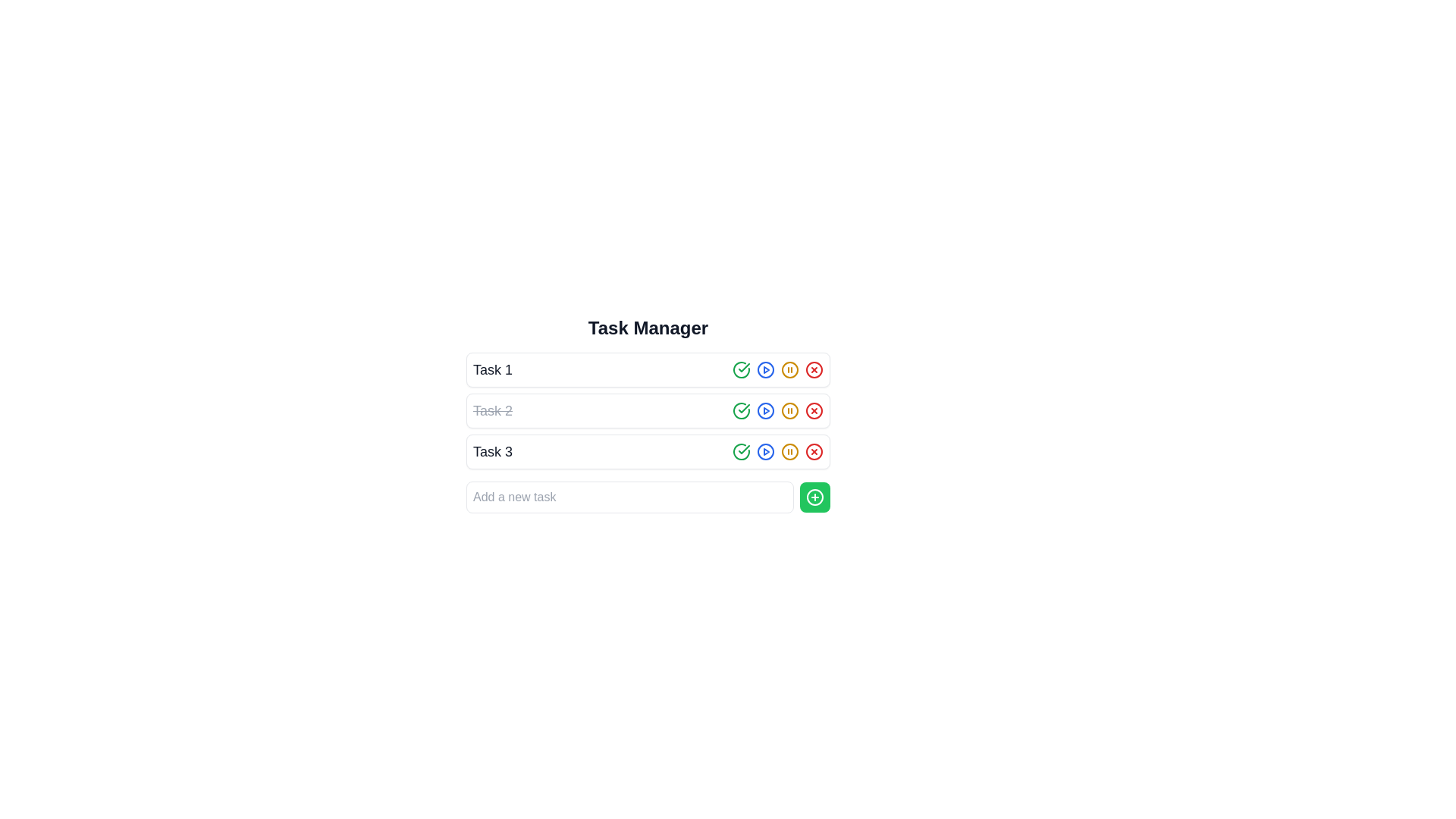 This screenshot has height=819, width=1456. Describe the element at coordinates (648, 497) in the screenshot. I see `the green button of the composite UI component for adding a new task, which is located at the bottom of the task management interface` at that location.